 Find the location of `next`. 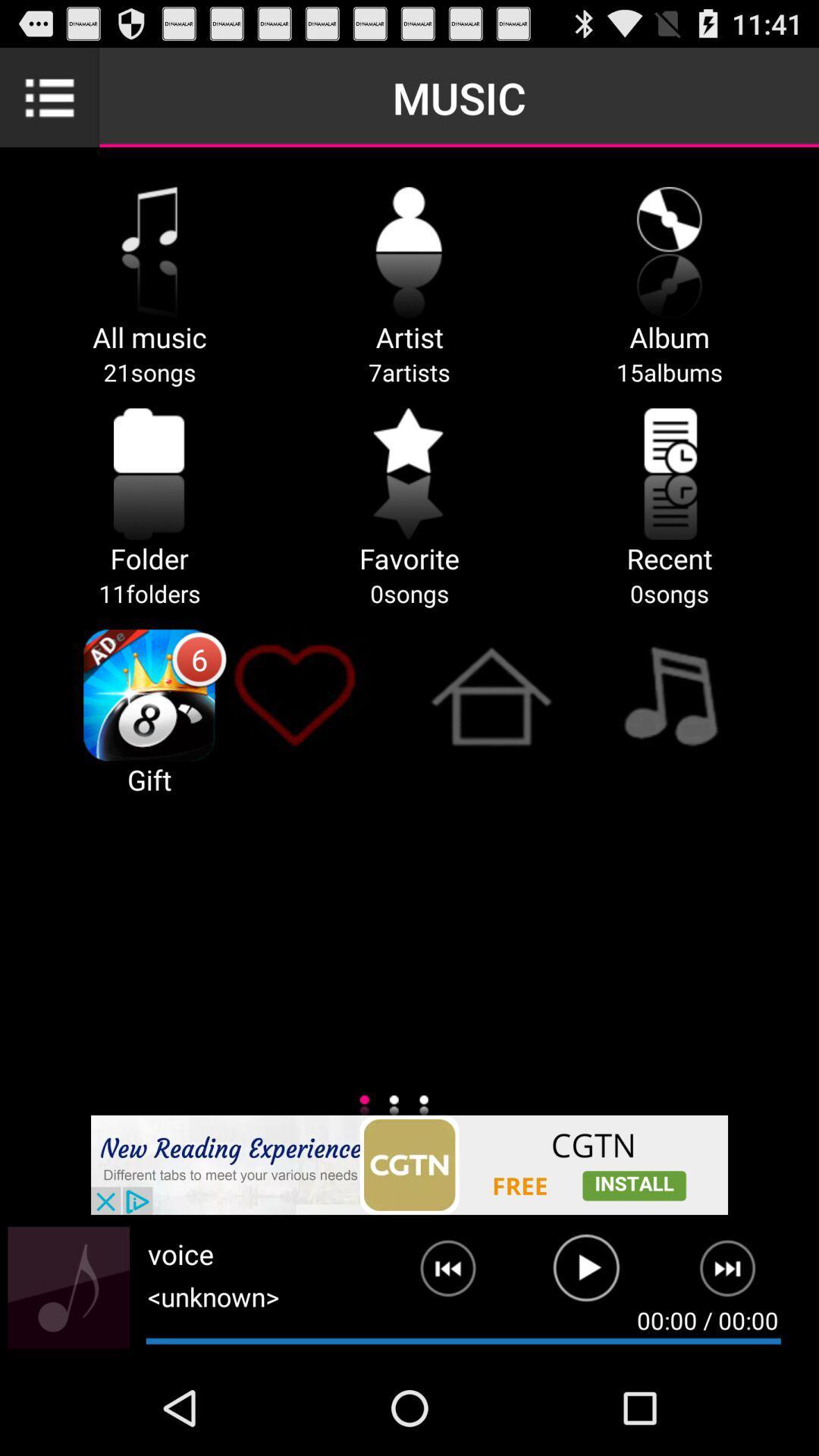

next is located at coordinates (436, 1274).